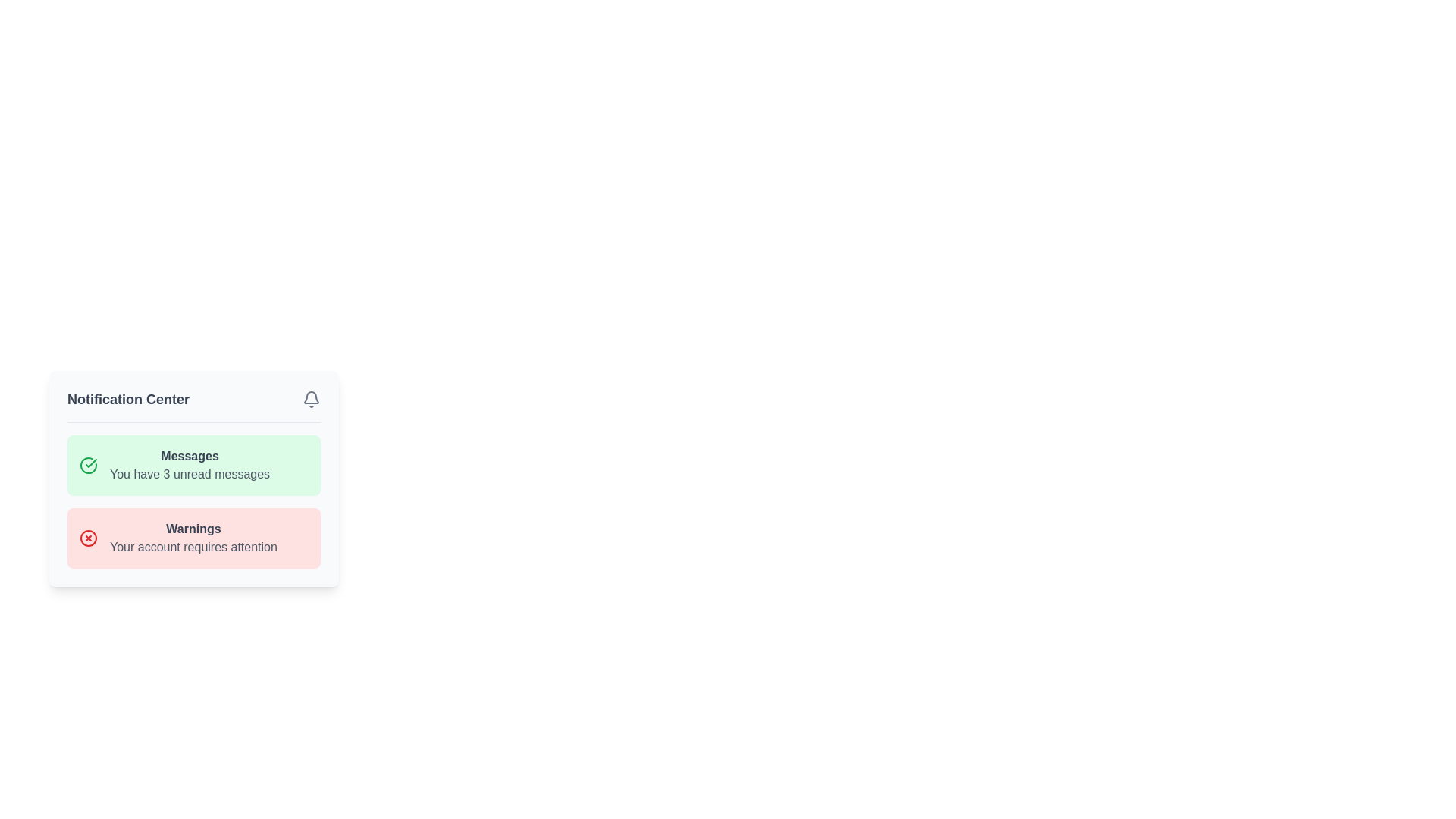 The height and width of the screenshot is (819, 1456). I want to click on the 'Warnings' notification block in the 'Notification Center' interface, so click(193, 537).